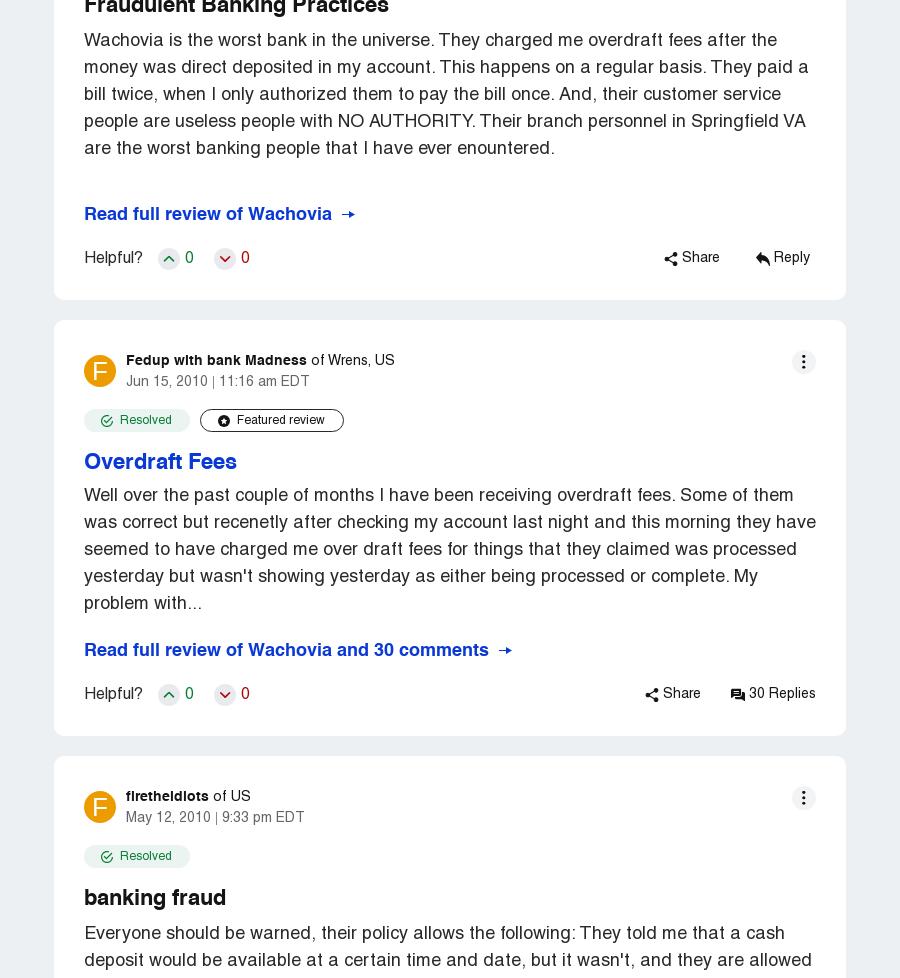  What do you see at coordinates (293, 632) in the screenshot?
I see `'ComplaintsBoard.com is a leading complaint resolution website on the Internet. For more than 19 years we have helped nearly 50000 customers.'` at bounding box center [293, 632].